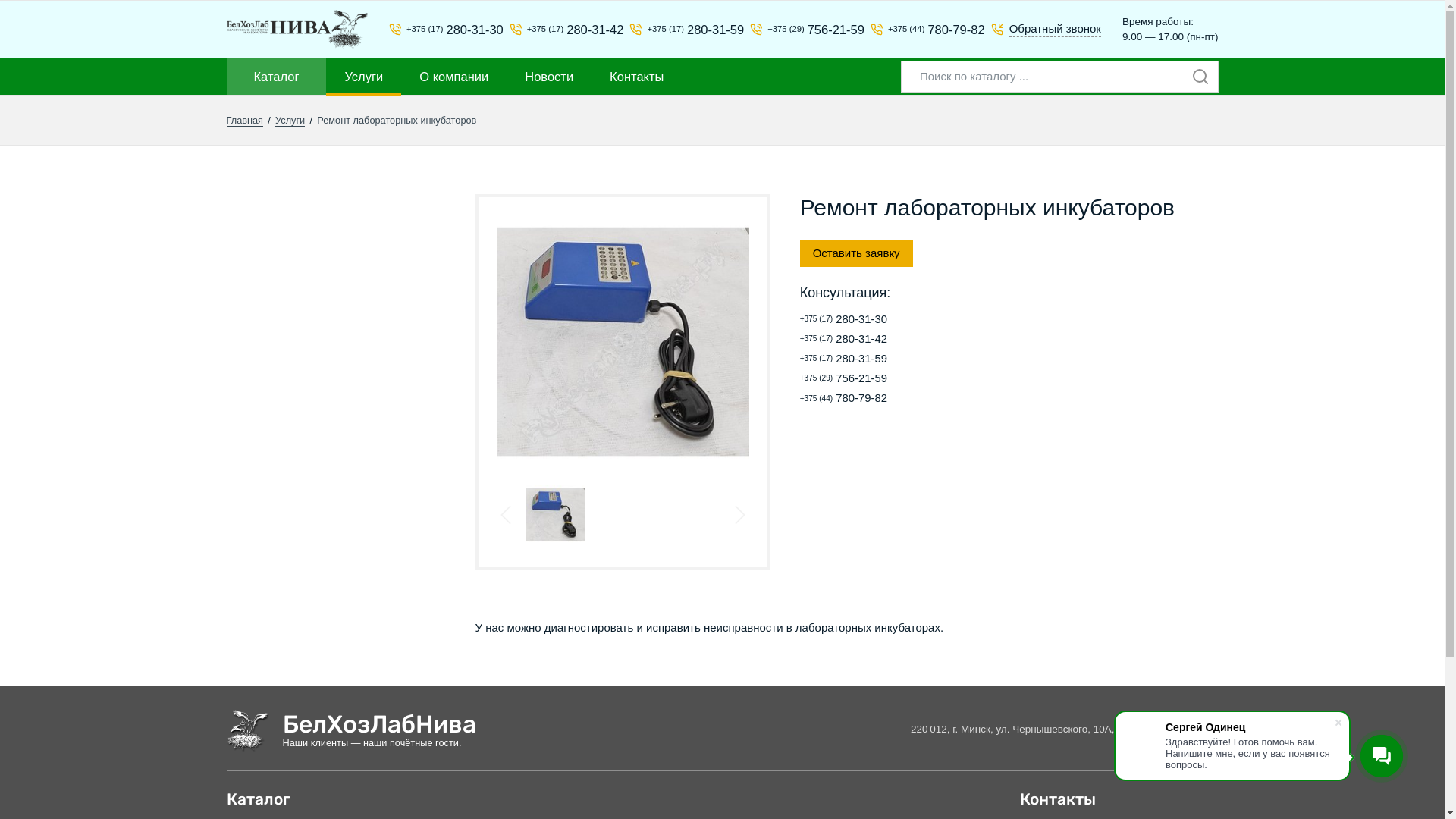  What do you see at coordinates (899, 338) in the screenshot?
I see `'+375 (17)` at bounding box center [899, 338].